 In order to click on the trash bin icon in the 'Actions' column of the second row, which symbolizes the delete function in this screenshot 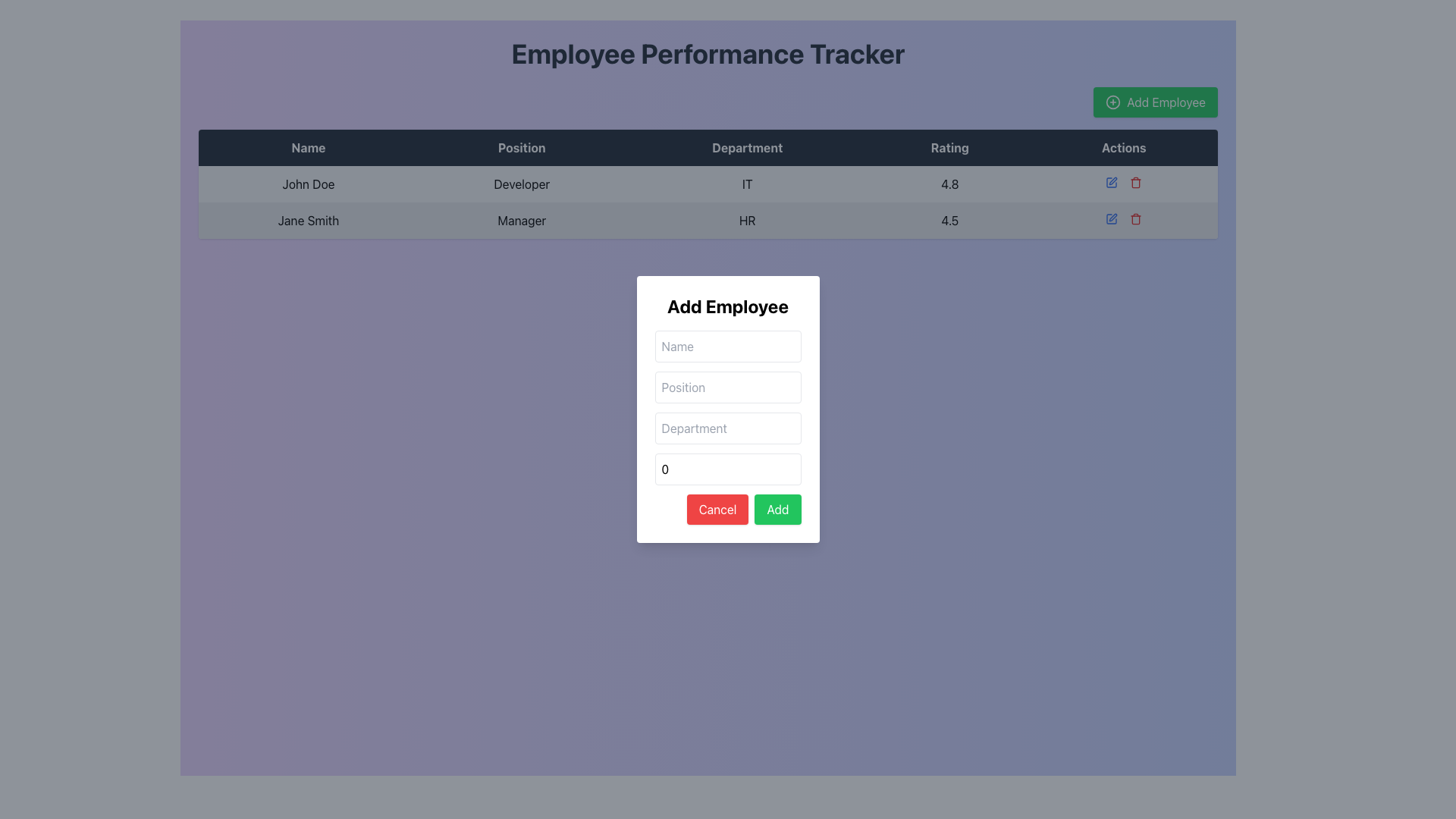, I will do `click(1136, 183)`.